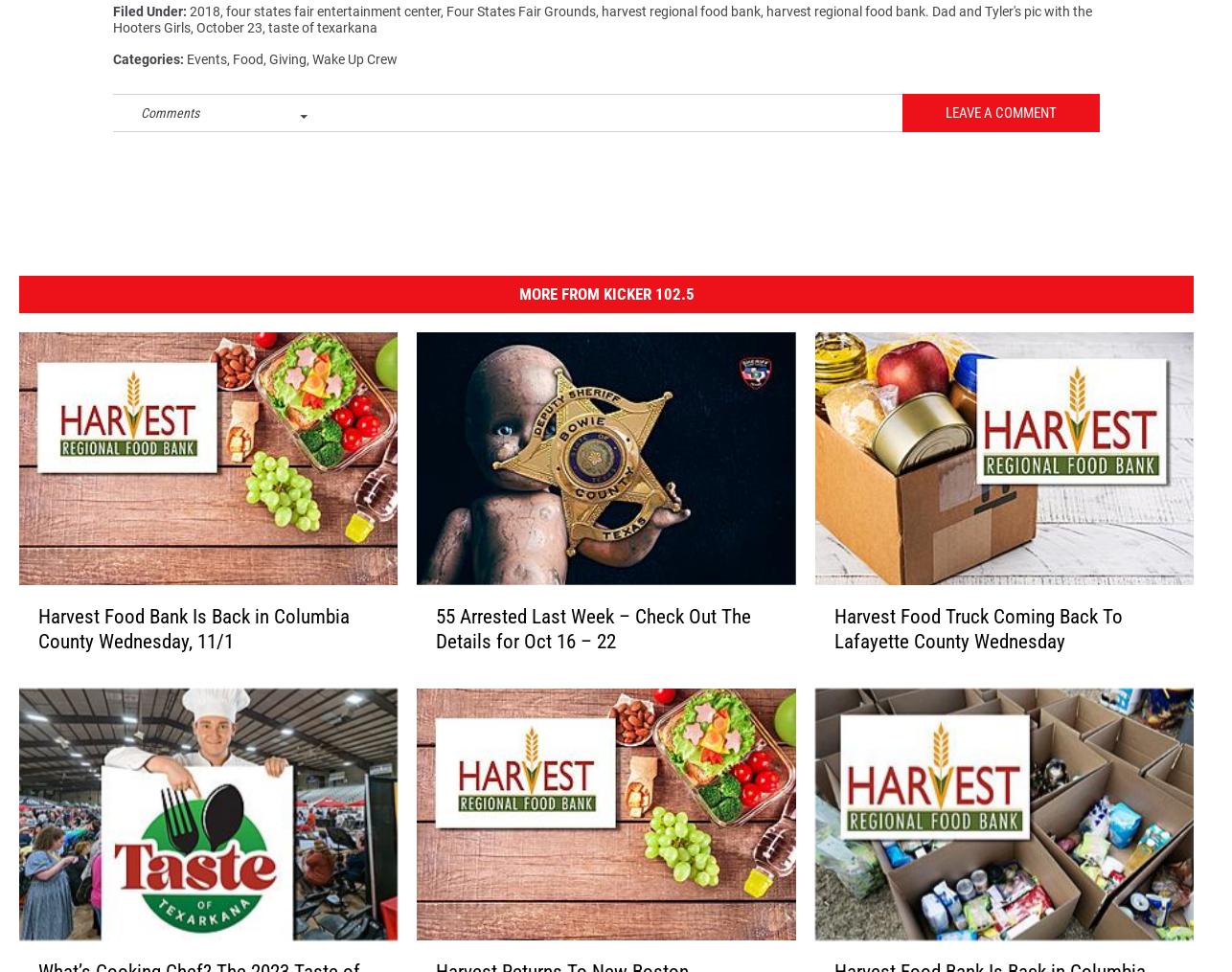  What do you see at coordinates (592, 637) in the screenshot?
I see `'55 Arrested Last Week – Check Out The Details for Oct 16 – 22'` at bounding box center [592, 637].